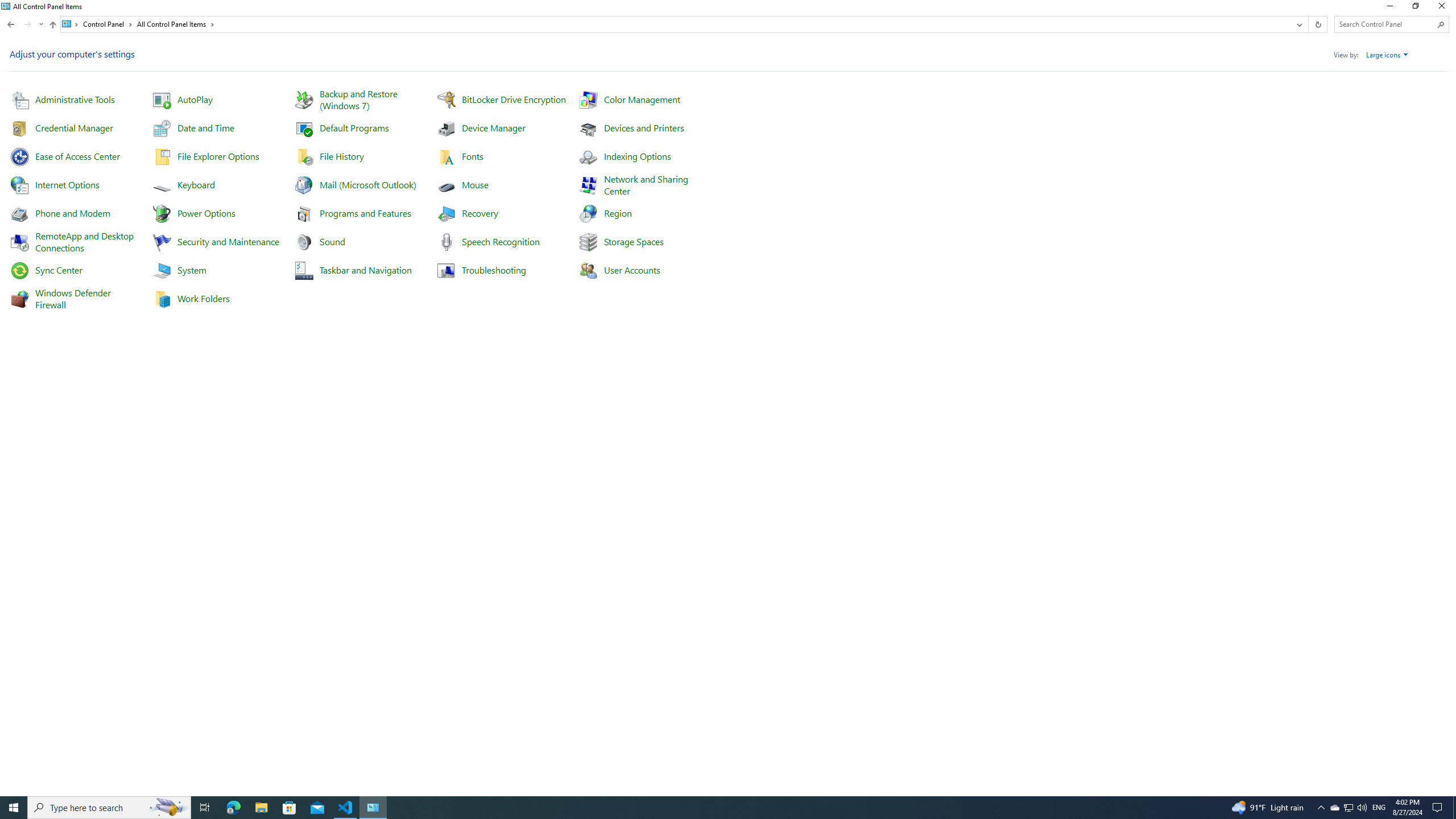  I want to click on 'Device Manager', so click(493, 127).